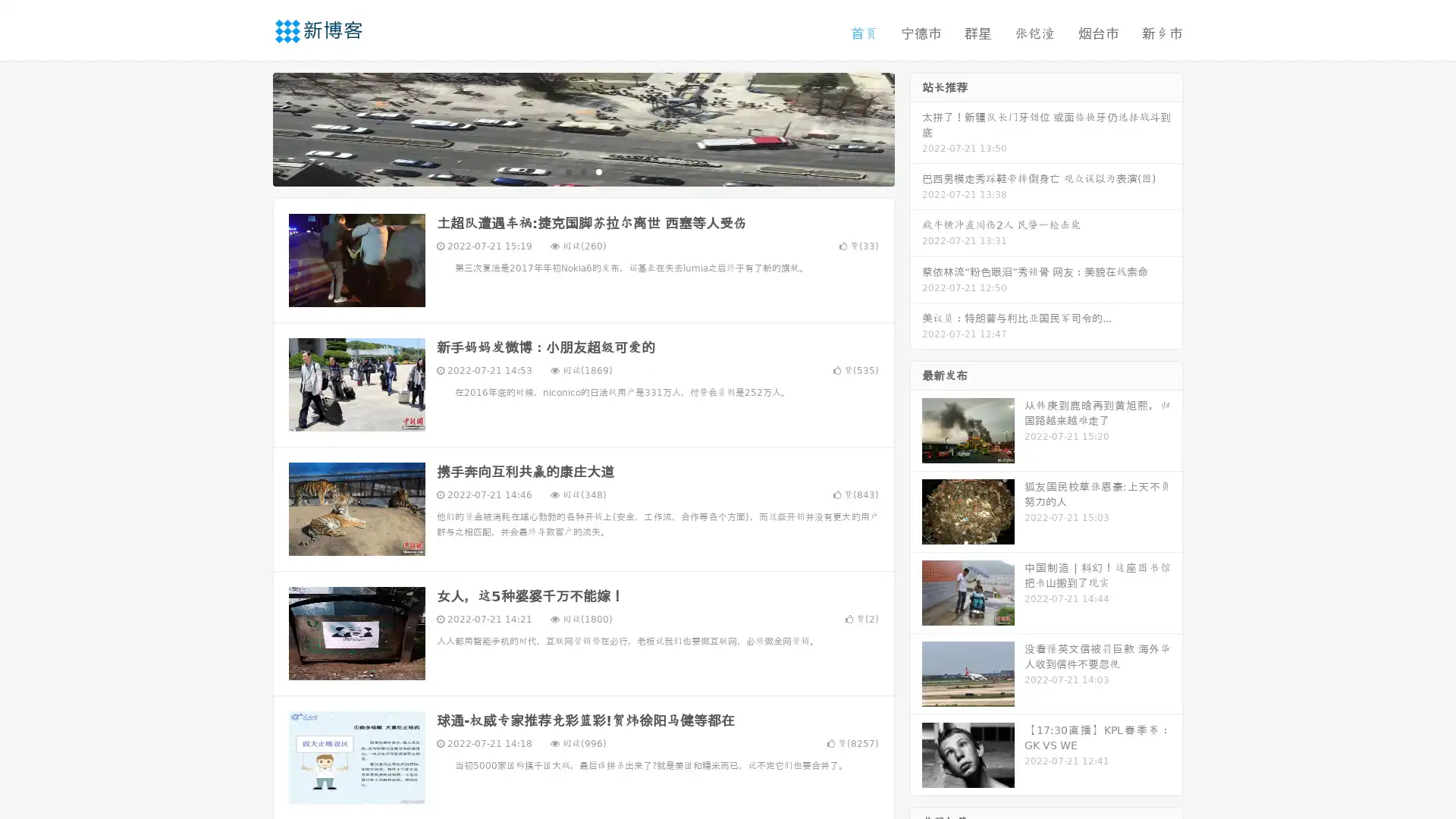 This screenshot has width=1456, height=819. What do you see at coordinates (582, 171) in the screenshot?
I see `Go to slide 2` at bounding box center [582, 171].